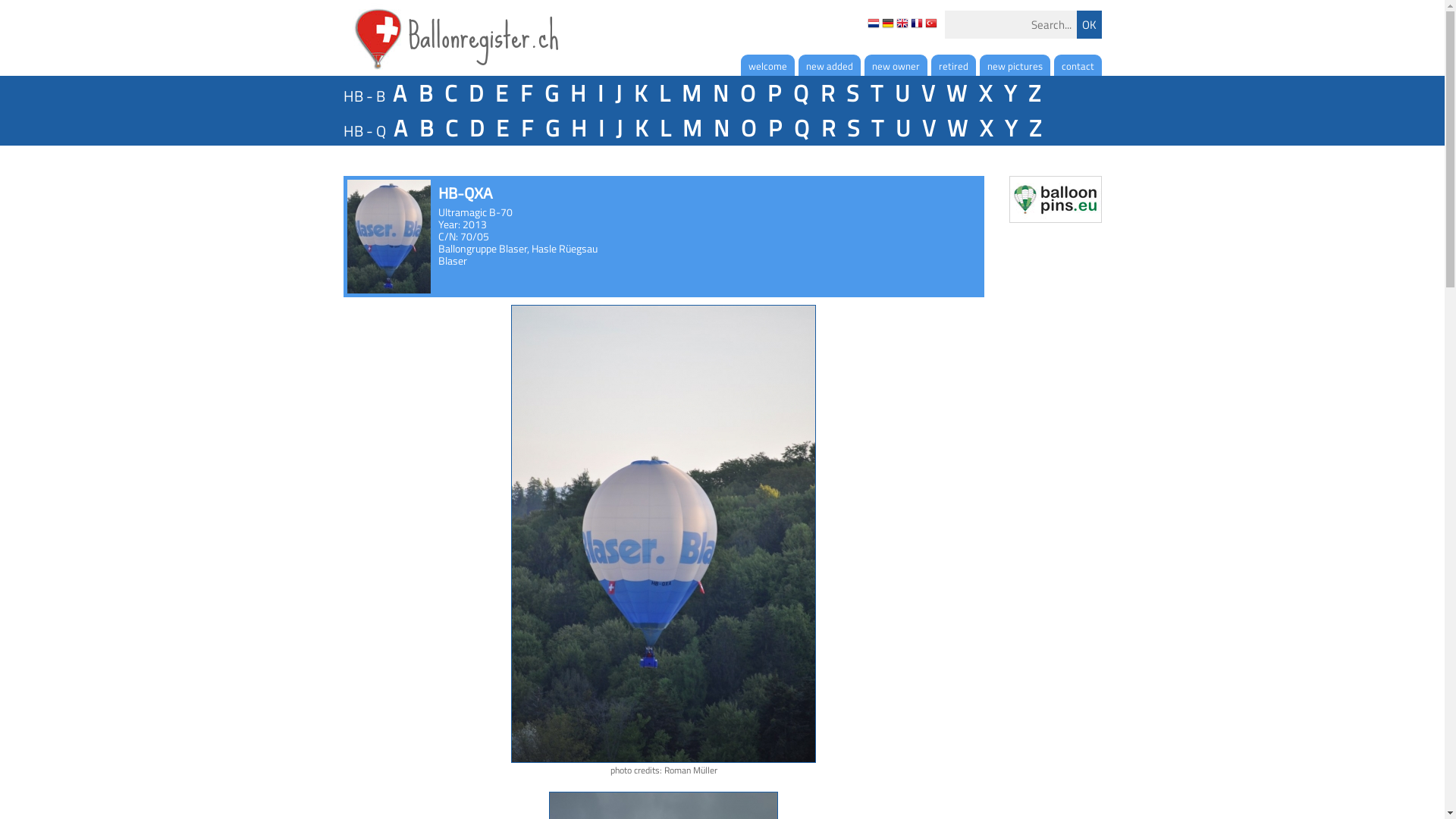 The width and height of the screenshot is (1456, 819). Describe the element at coordinates (926, 93) in the screenshot. I see `'V'` at that location.